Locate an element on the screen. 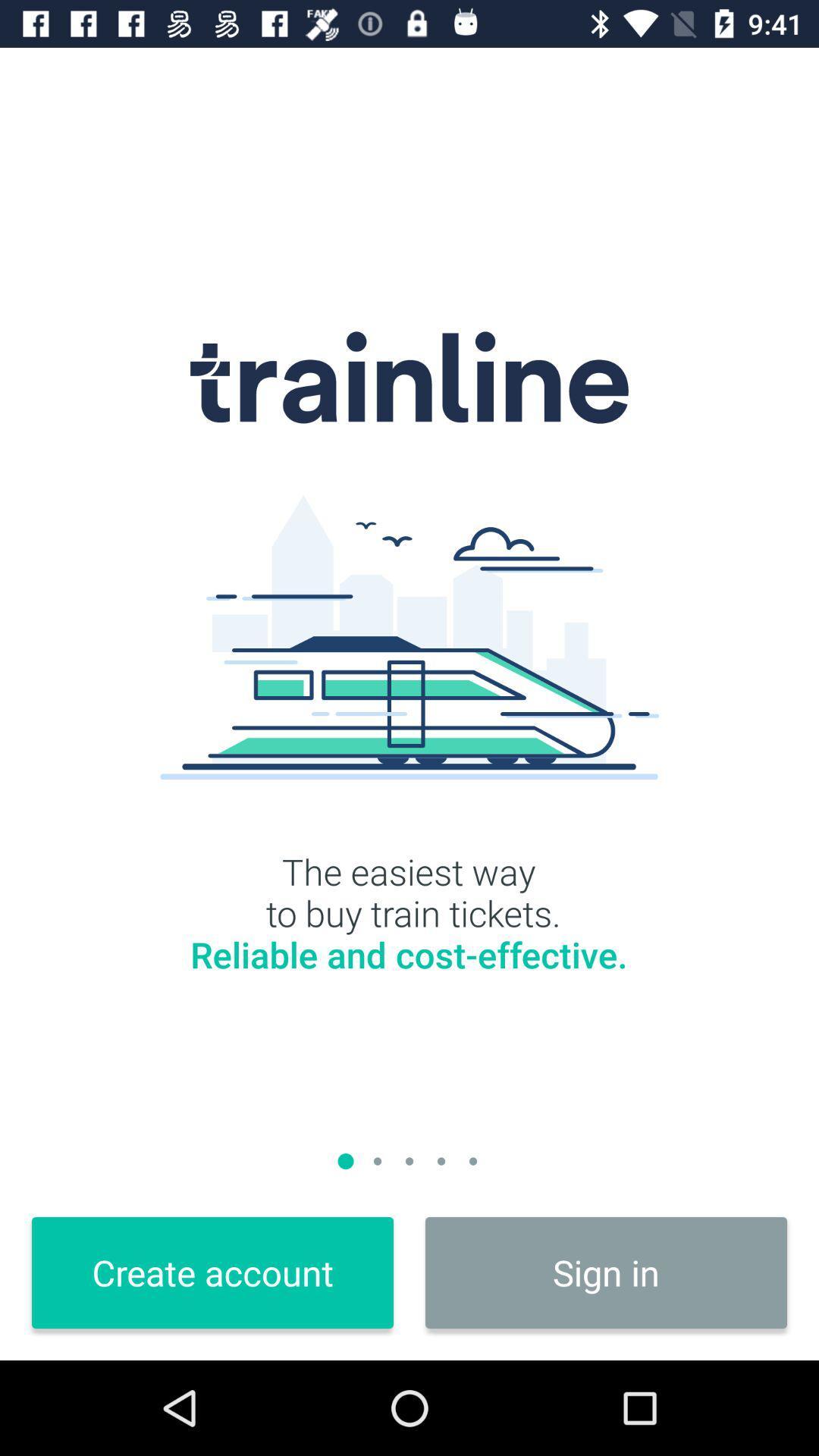 This screenshot has width=819, height=1456. icon at the bottom left corner is located at coordinates (212, 1272).